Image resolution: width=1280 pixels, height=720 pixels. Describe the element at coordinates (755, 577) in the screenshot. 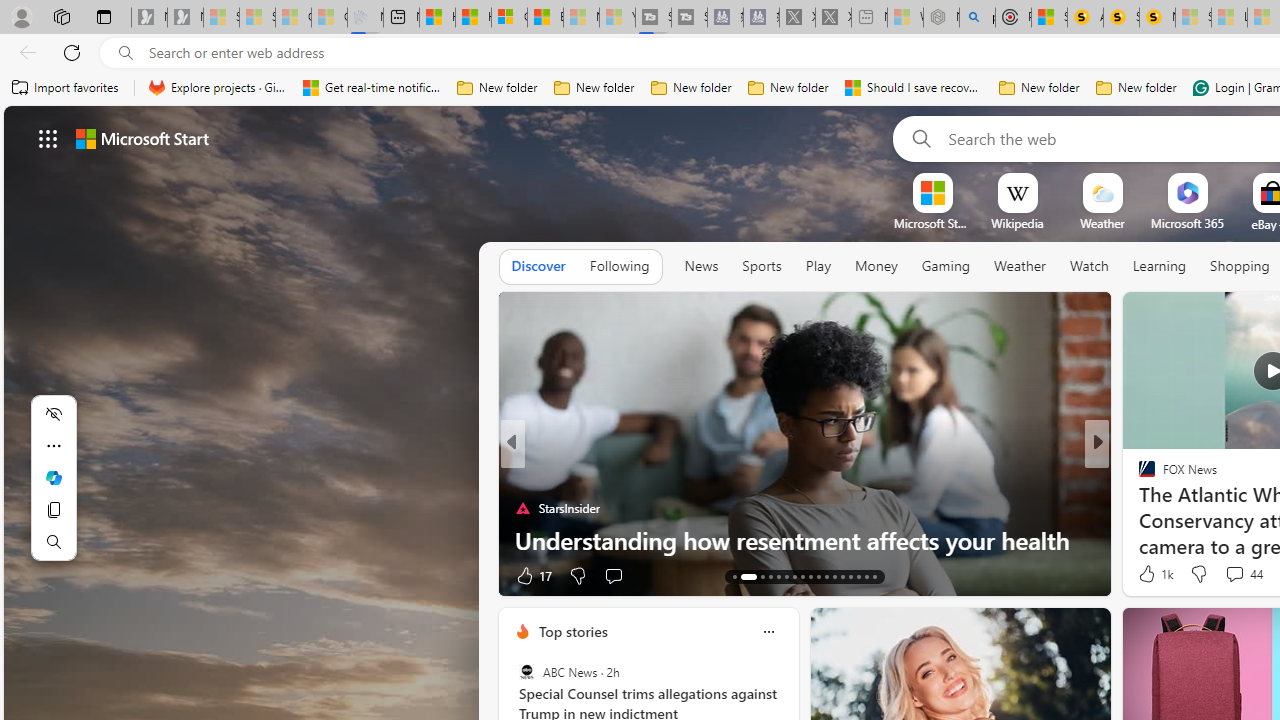

I see `'AutomationID: tab-15'` at that location.